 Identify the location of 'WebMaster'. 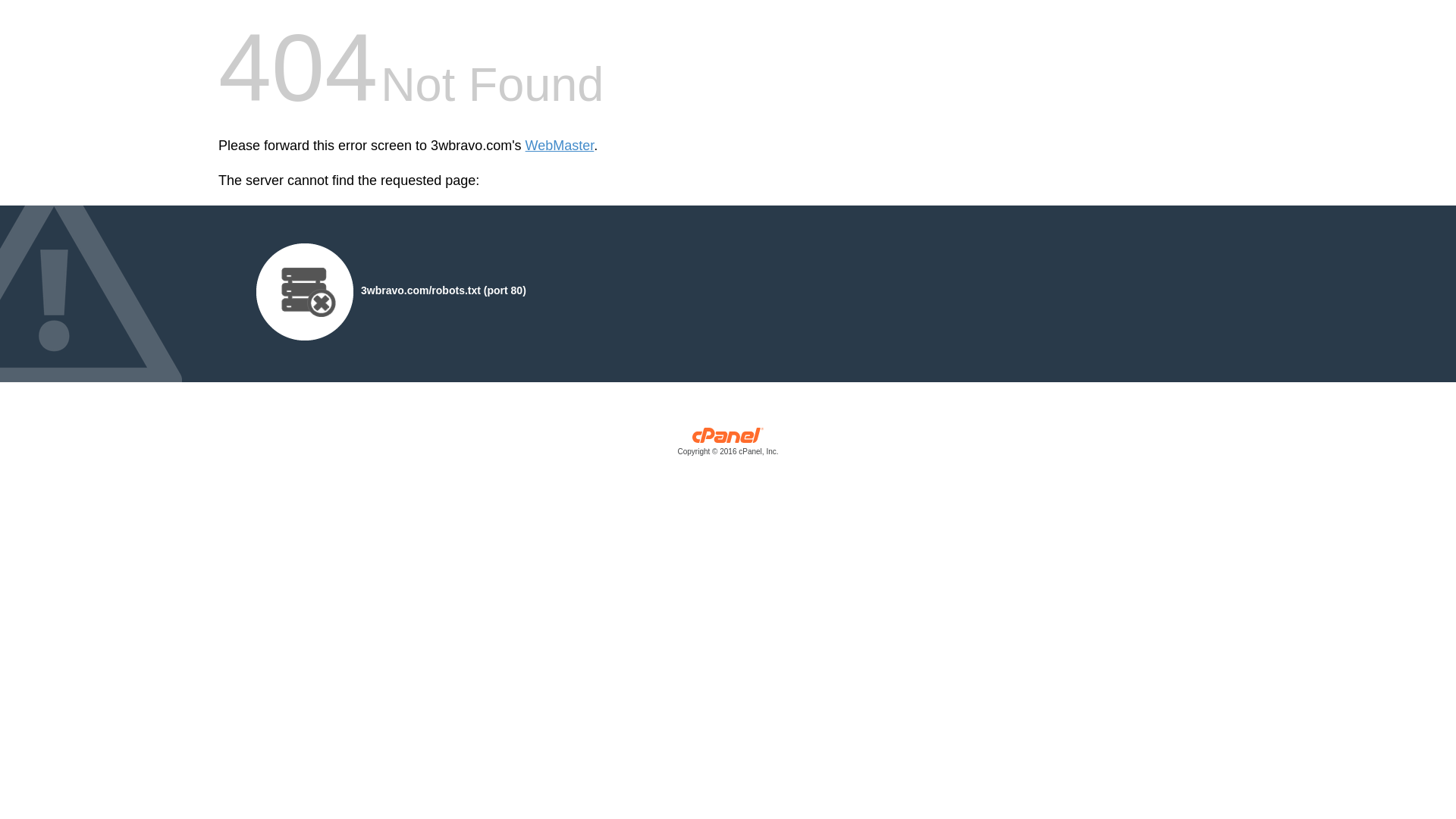
(559, 146).